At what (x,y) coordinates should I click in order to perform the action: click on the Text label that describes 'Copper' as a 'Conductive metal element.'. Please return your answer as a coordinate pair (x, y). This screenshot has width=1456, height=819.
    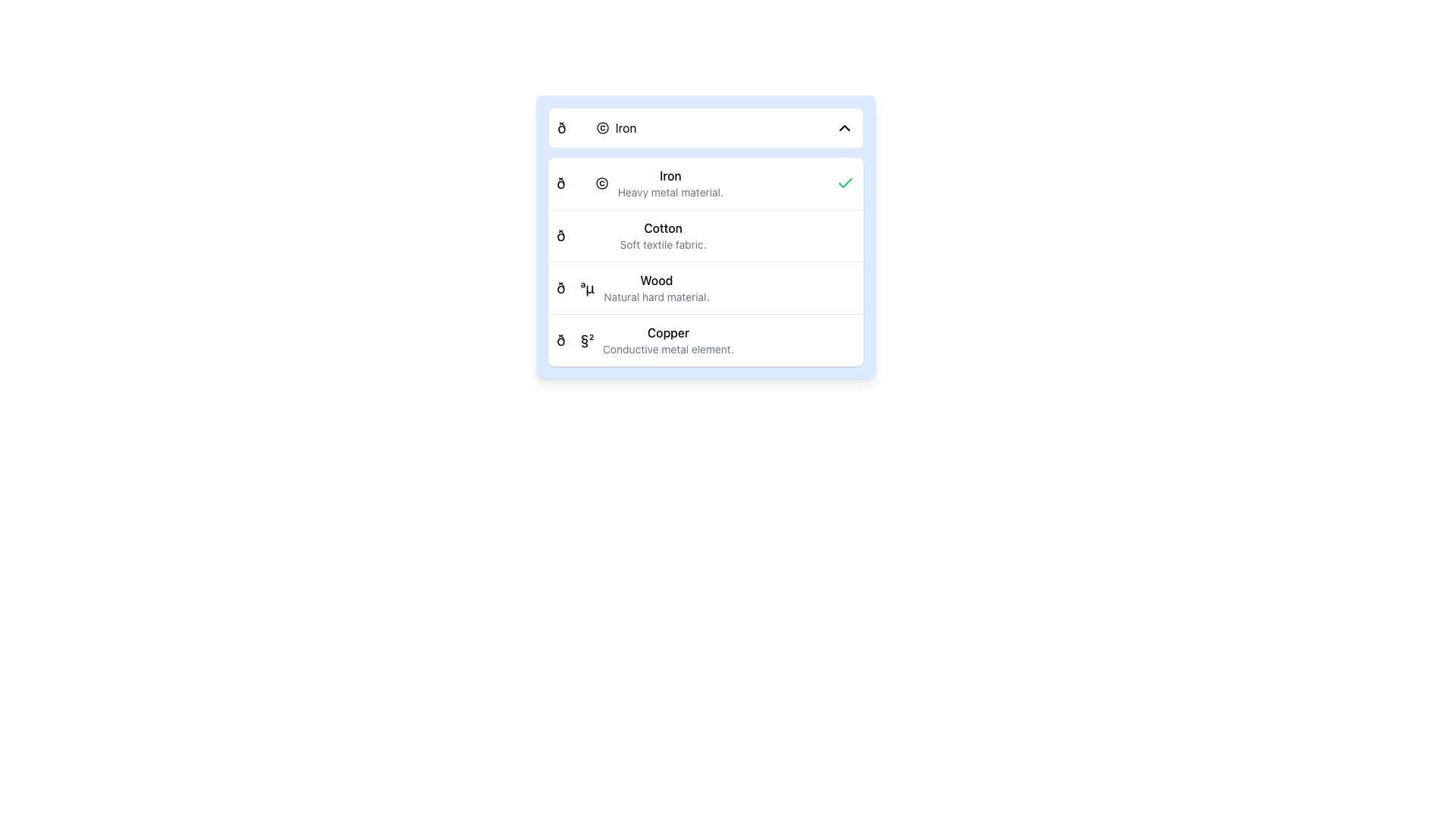
    Looking at the image, I should click on (667, 350).